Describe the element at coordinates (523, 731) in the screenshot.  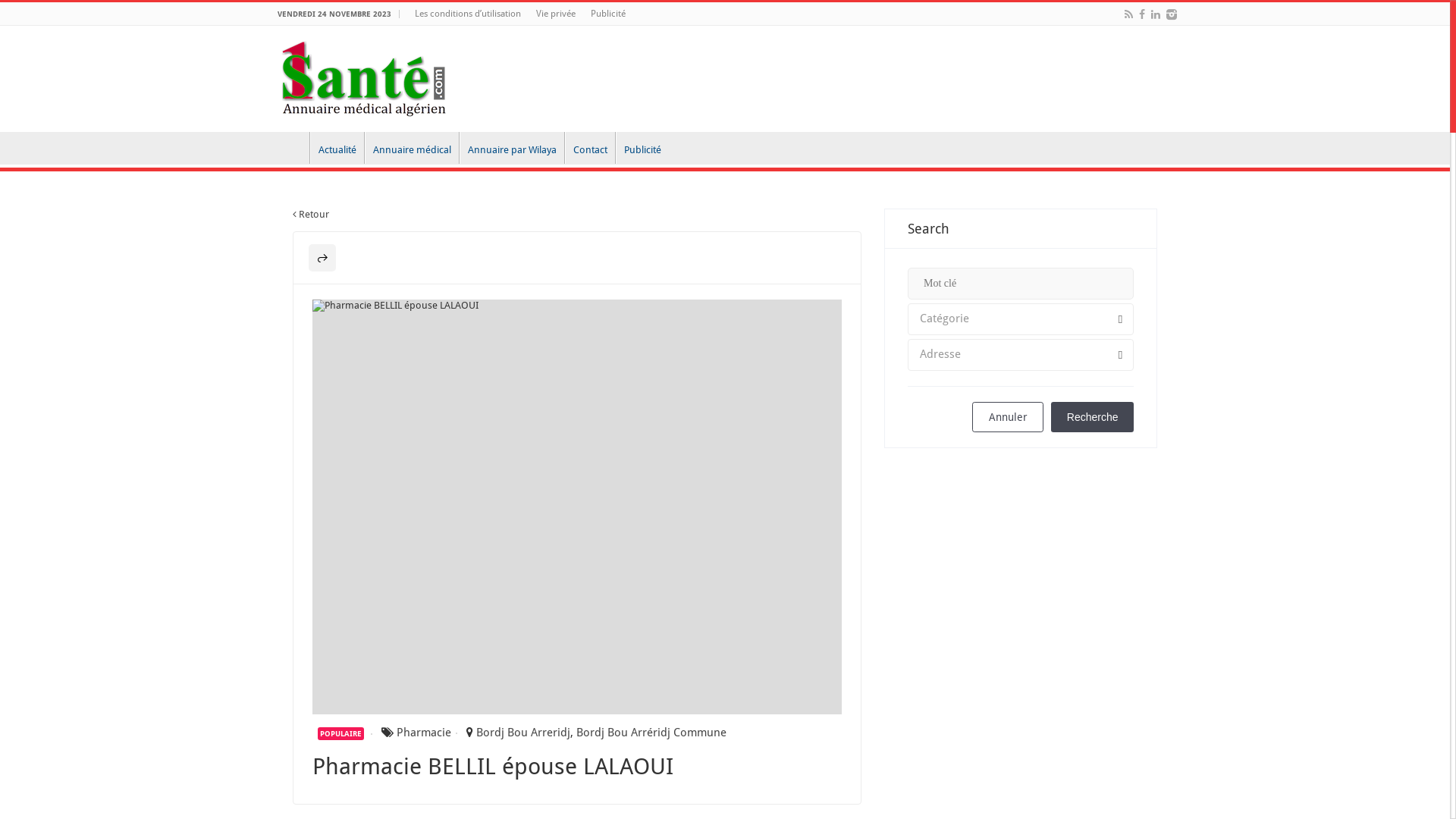
I see `'Bordj Bou Arreridj'` at that location.